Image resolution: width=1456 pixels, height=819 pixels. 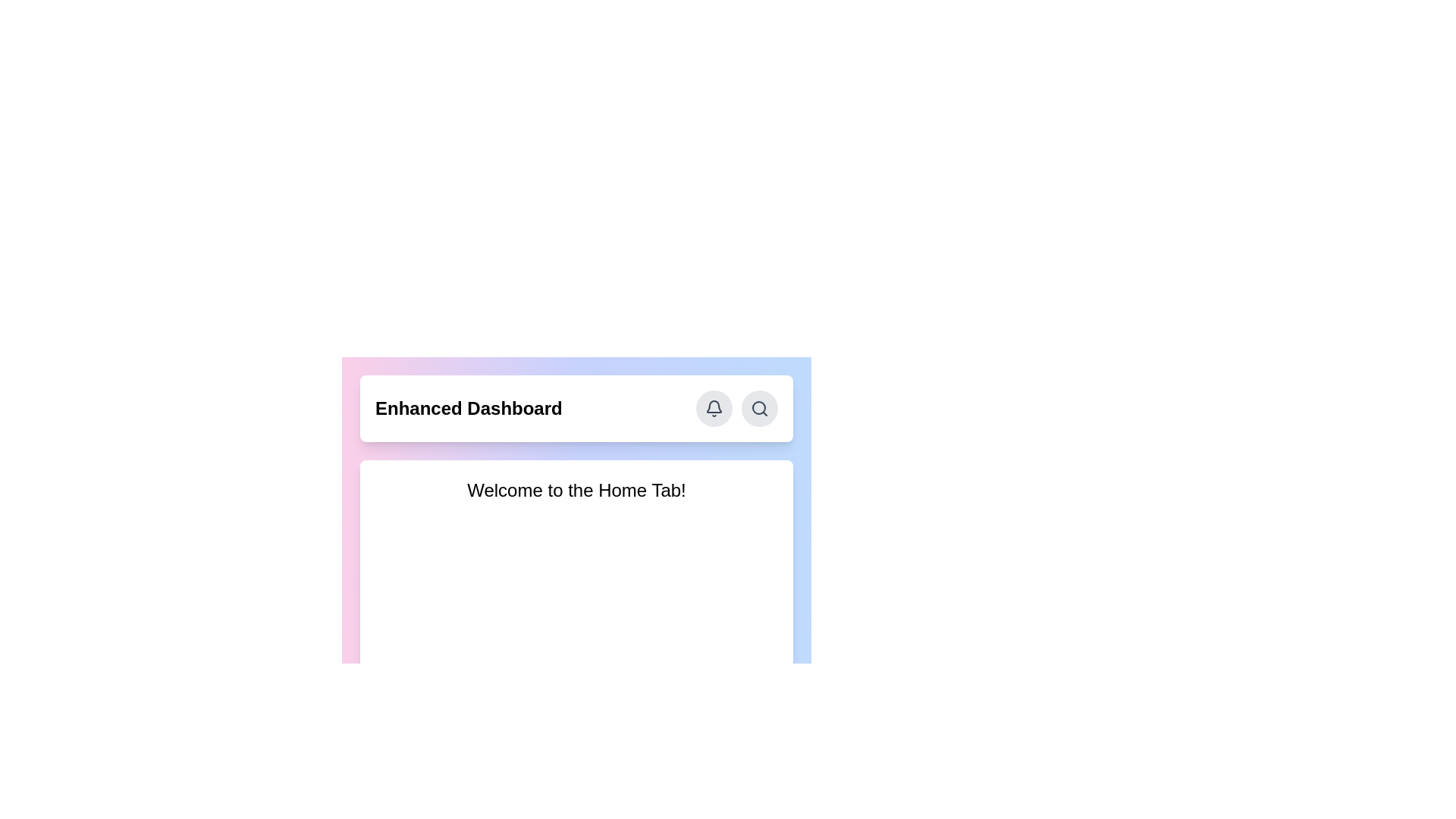 What do you see at coordinates (759, 406) in the screenshot?
I see `the graphic circle component of the magnifying glass in the search icon, which visually represents search functionality` at bounding box center [759, 406].